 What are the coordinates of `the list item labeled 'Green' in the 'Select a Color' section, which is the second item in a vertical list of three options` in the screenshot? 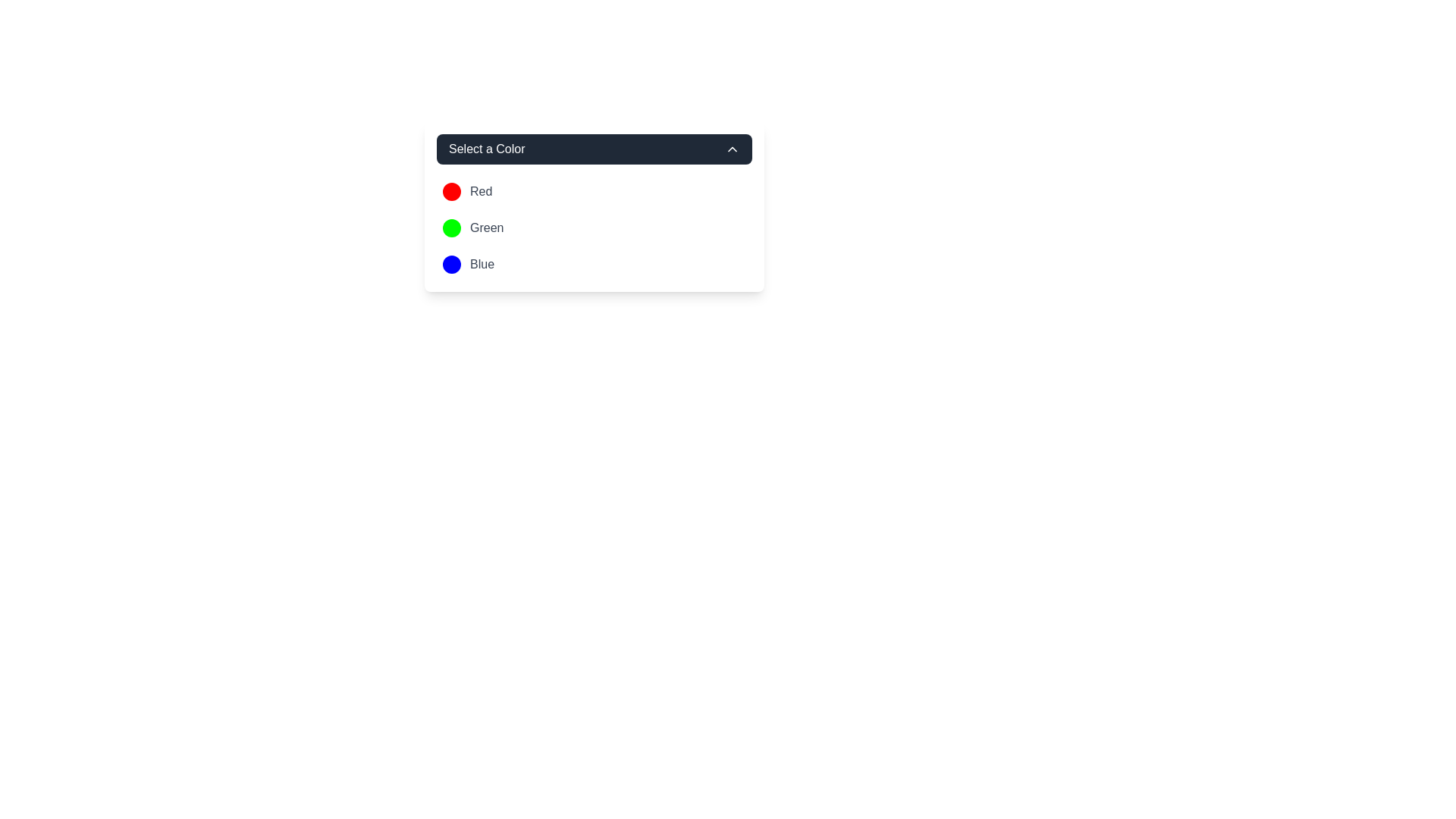 It's located at (593, 227).